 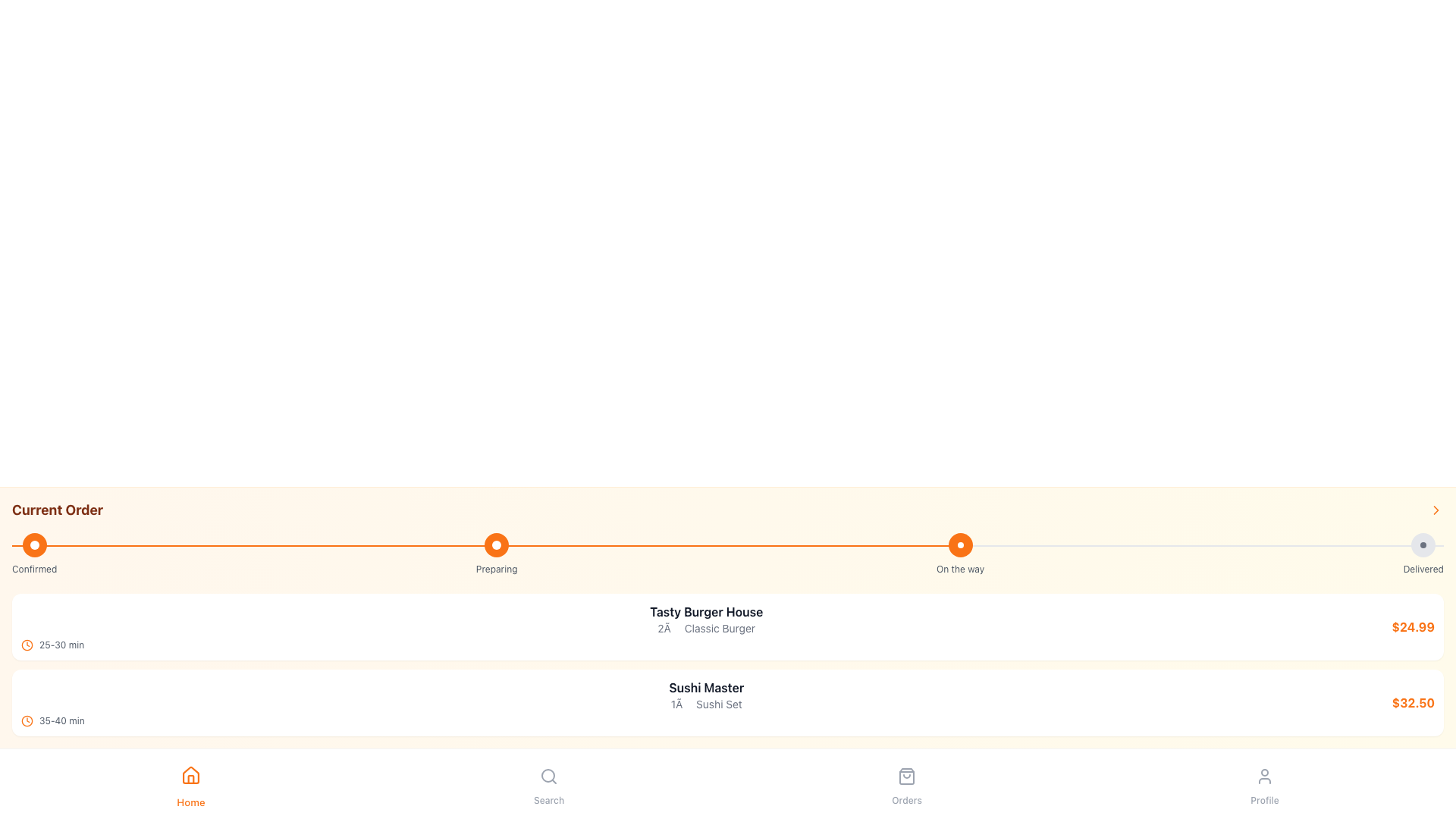 What do you see at coordinates (705, 626) in the screenshot?
I see `text details from the 'Tasty Burger House' element, which includes the title, order detail '2× Classic Burger', and timing information '25-30 min' with a clock icon` at bounding box center [705, 626].